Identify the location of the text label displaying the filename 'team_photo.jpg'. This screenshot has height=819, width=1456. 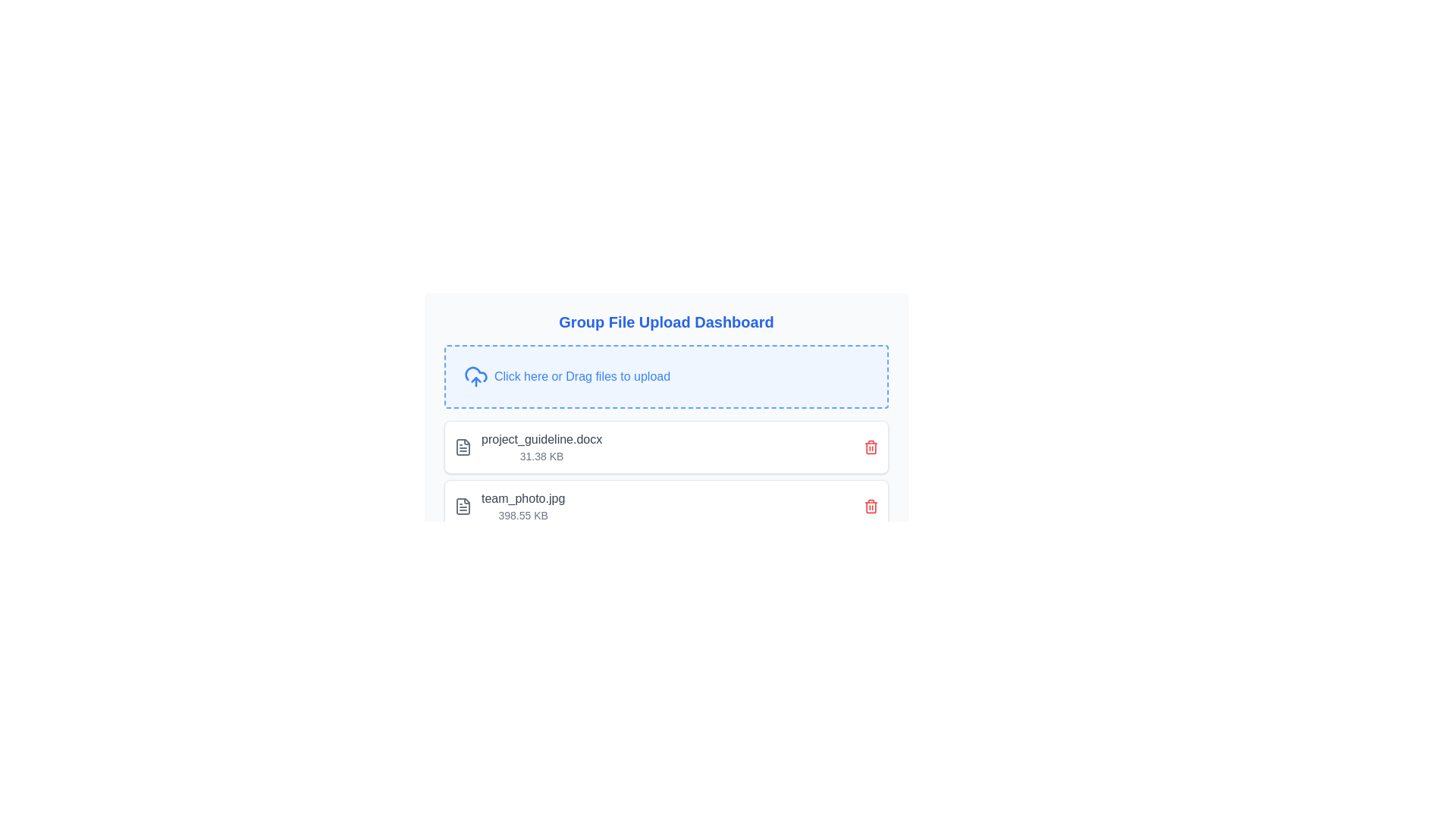
(523, 499).